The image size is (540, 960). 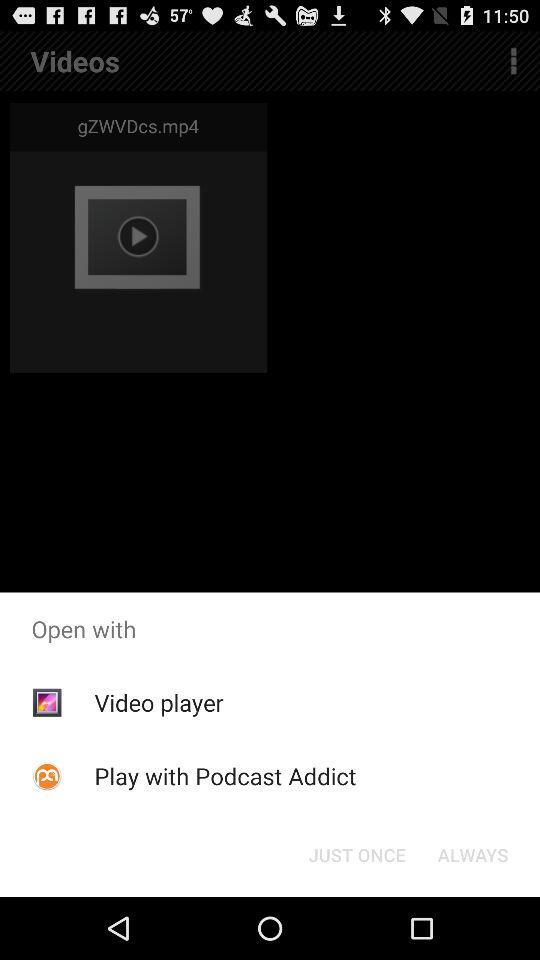 What do you see at coordinates (472, 853) in the screenshot?
I see `the button to the right of the just once icon` at bounding box center [472, 853].